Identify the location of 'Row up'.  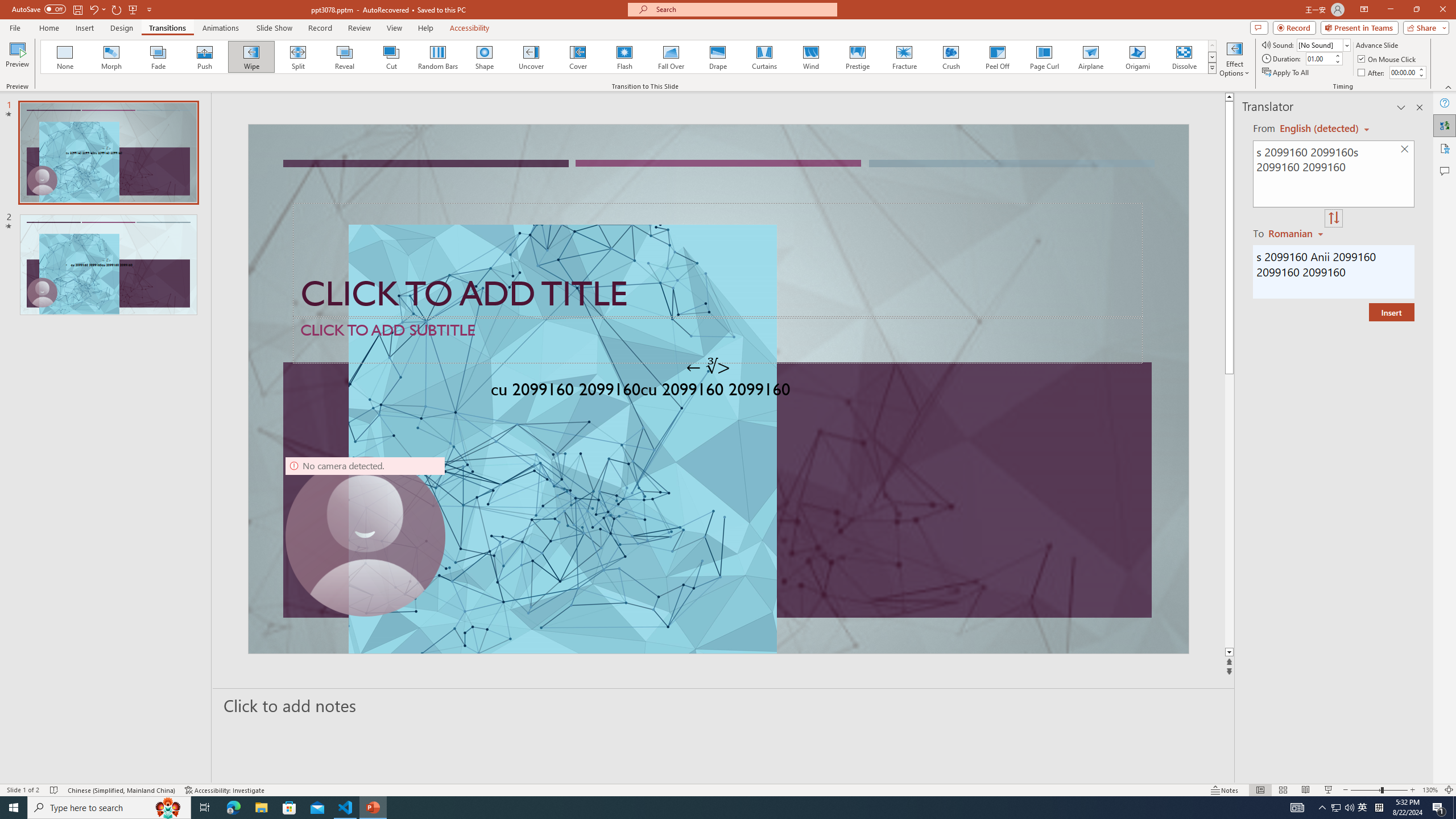
(1212, 45).